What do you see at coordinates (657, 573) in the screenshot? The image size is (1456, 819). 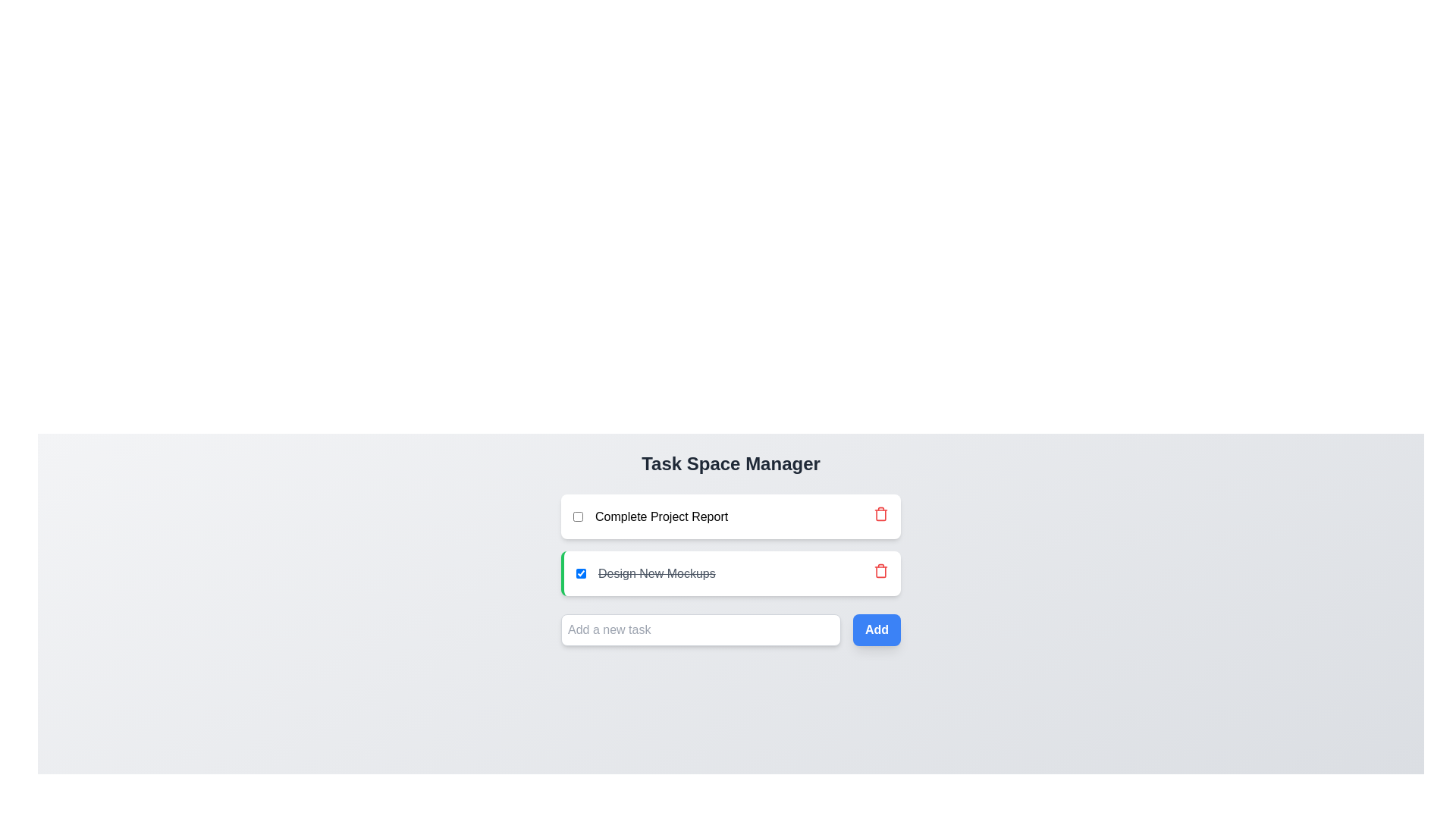 I see `the text label that indicates the completed task 'Design New Mockups', which has a strikethrough style and is located to the right of a checked checkbox under 'Task Space Manager'` at bounding box center [657, 573].